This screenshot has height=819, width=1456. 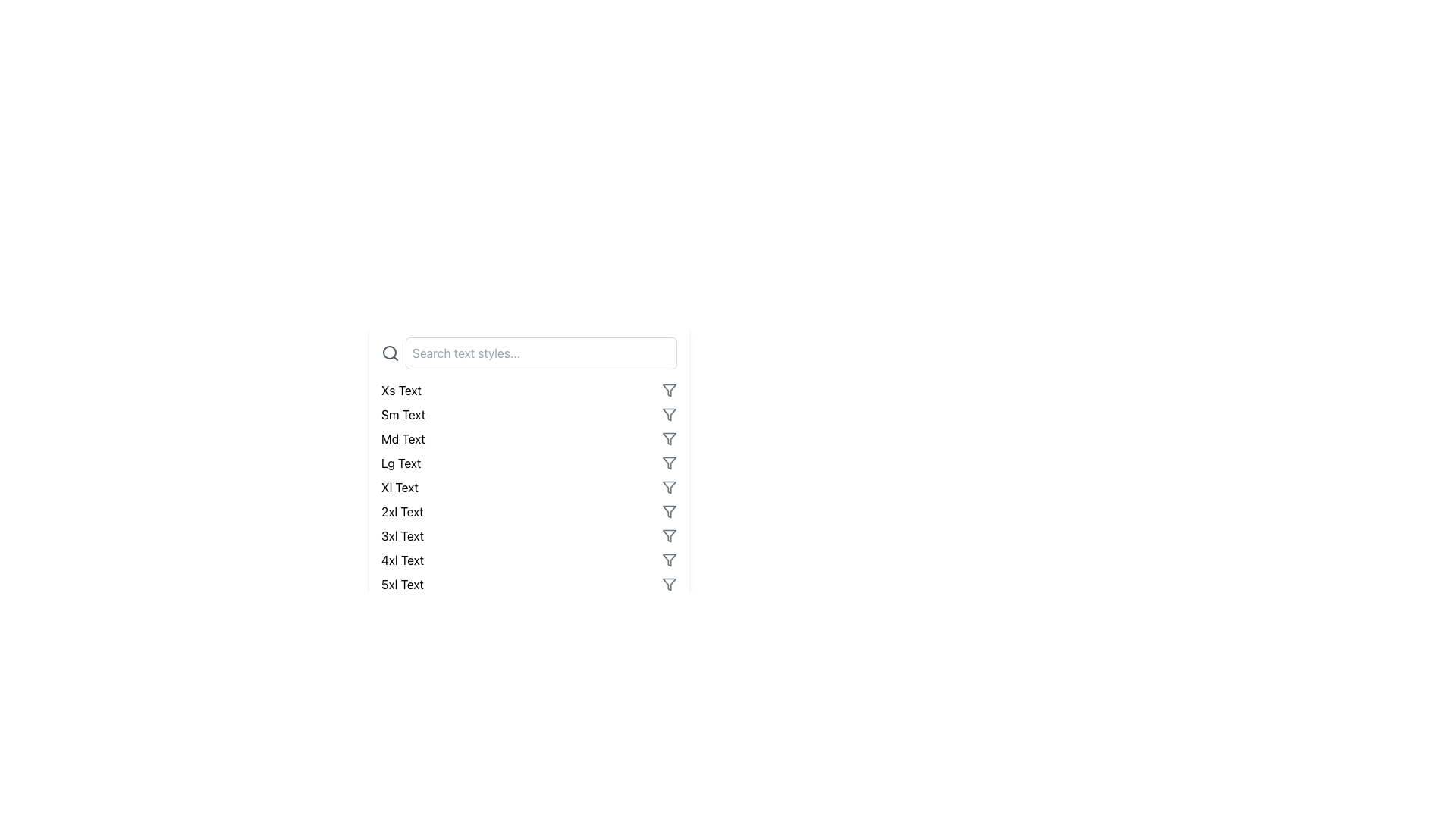 What do you see at coordinates (669, 390) in the screenshot?
I see `the filter icon located on the right side of the 'Xs Text' row` at bounding box center [669, 390].